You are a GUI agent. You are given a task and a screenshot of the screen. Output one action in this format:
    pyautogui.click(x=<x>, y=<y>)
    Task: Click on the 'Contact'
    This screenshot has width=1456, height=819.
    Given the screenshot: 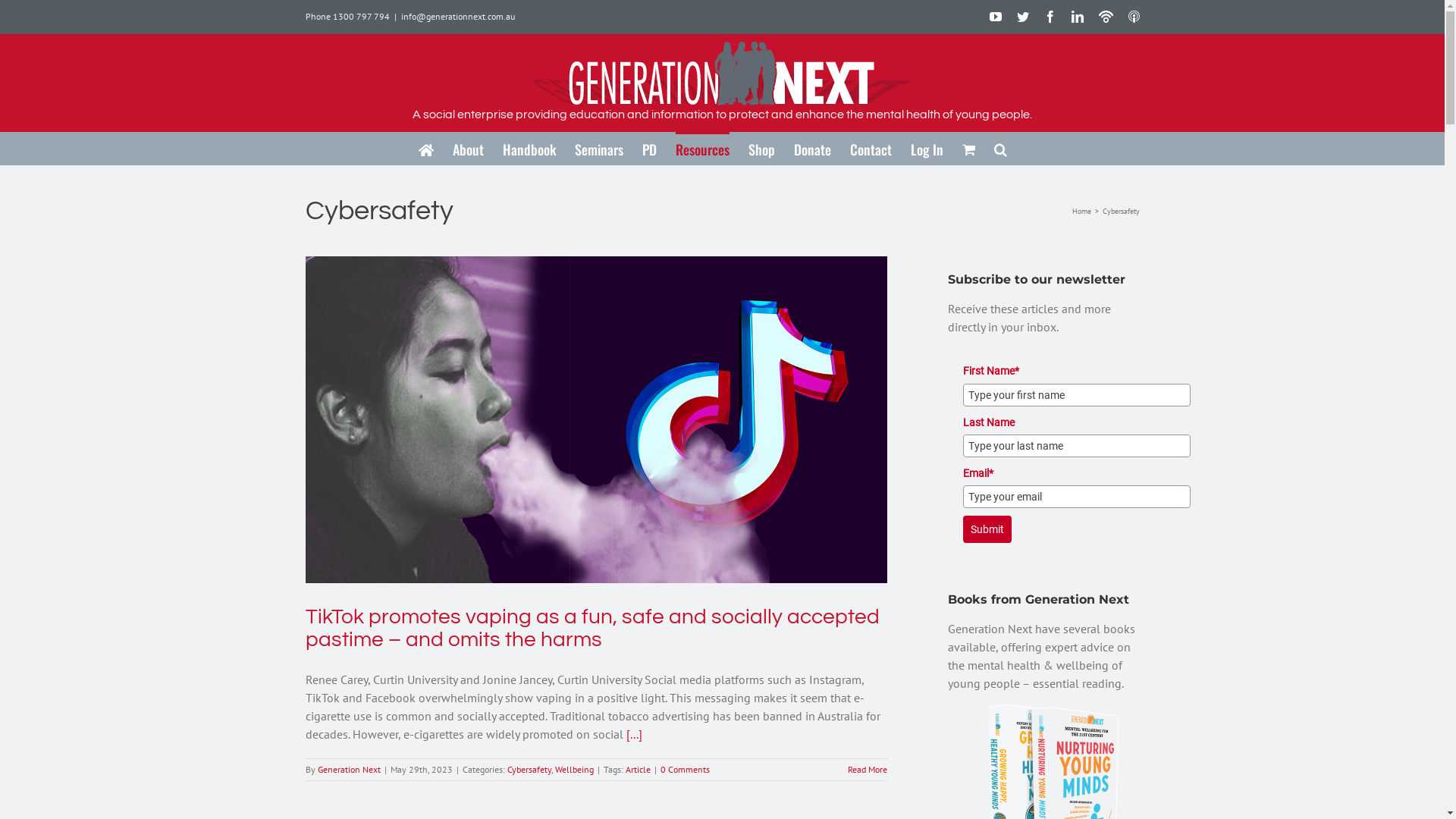 What is the action you would take?
    pyautogui.click(x=871, y=148)
    